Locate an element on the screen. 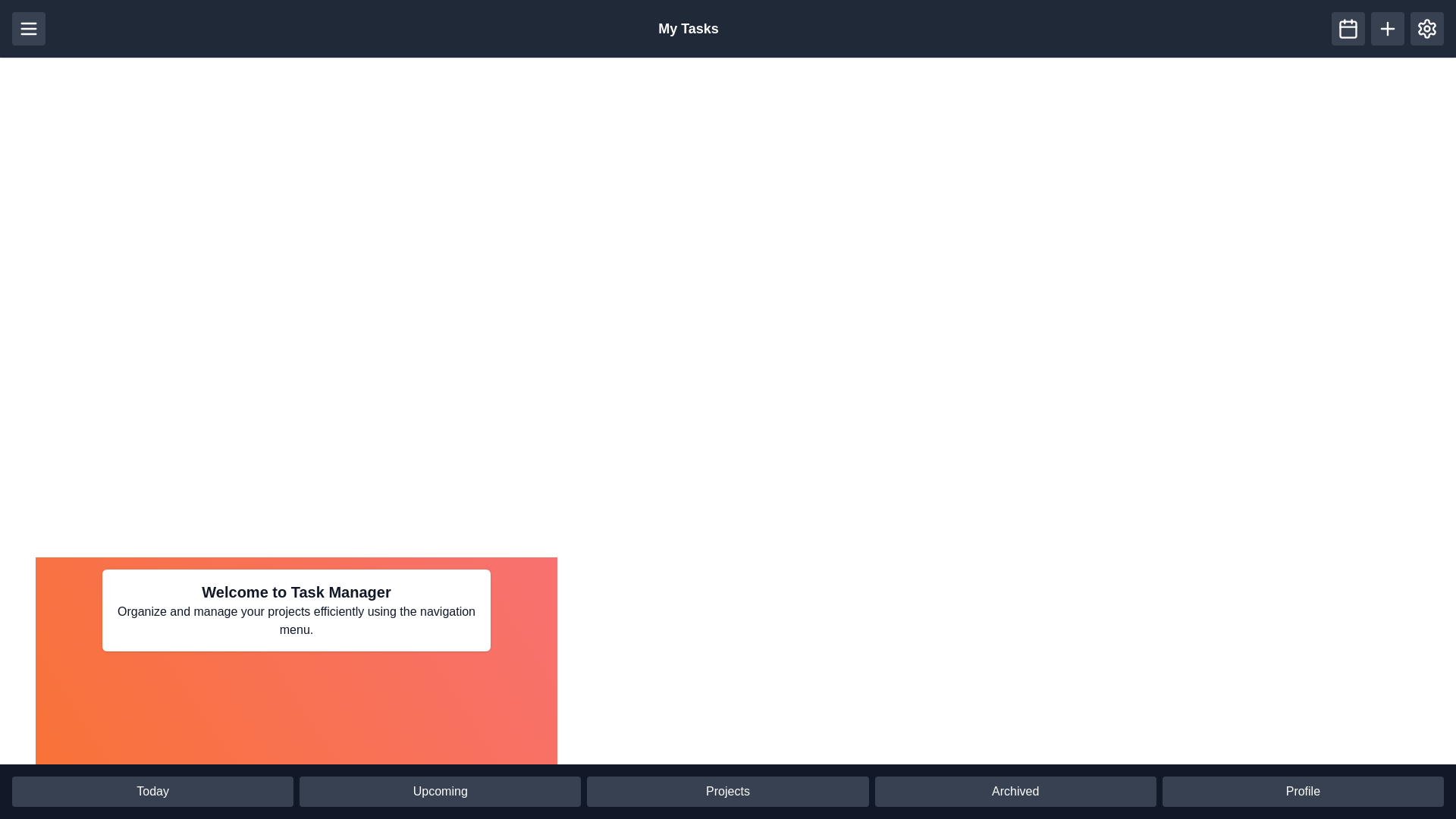 Image resolution: width=1456 pixels, height=819 pixels. the Archived button in the bottom navigation bar to navigate to the corresponding section is located at coordinates (1015, 791).